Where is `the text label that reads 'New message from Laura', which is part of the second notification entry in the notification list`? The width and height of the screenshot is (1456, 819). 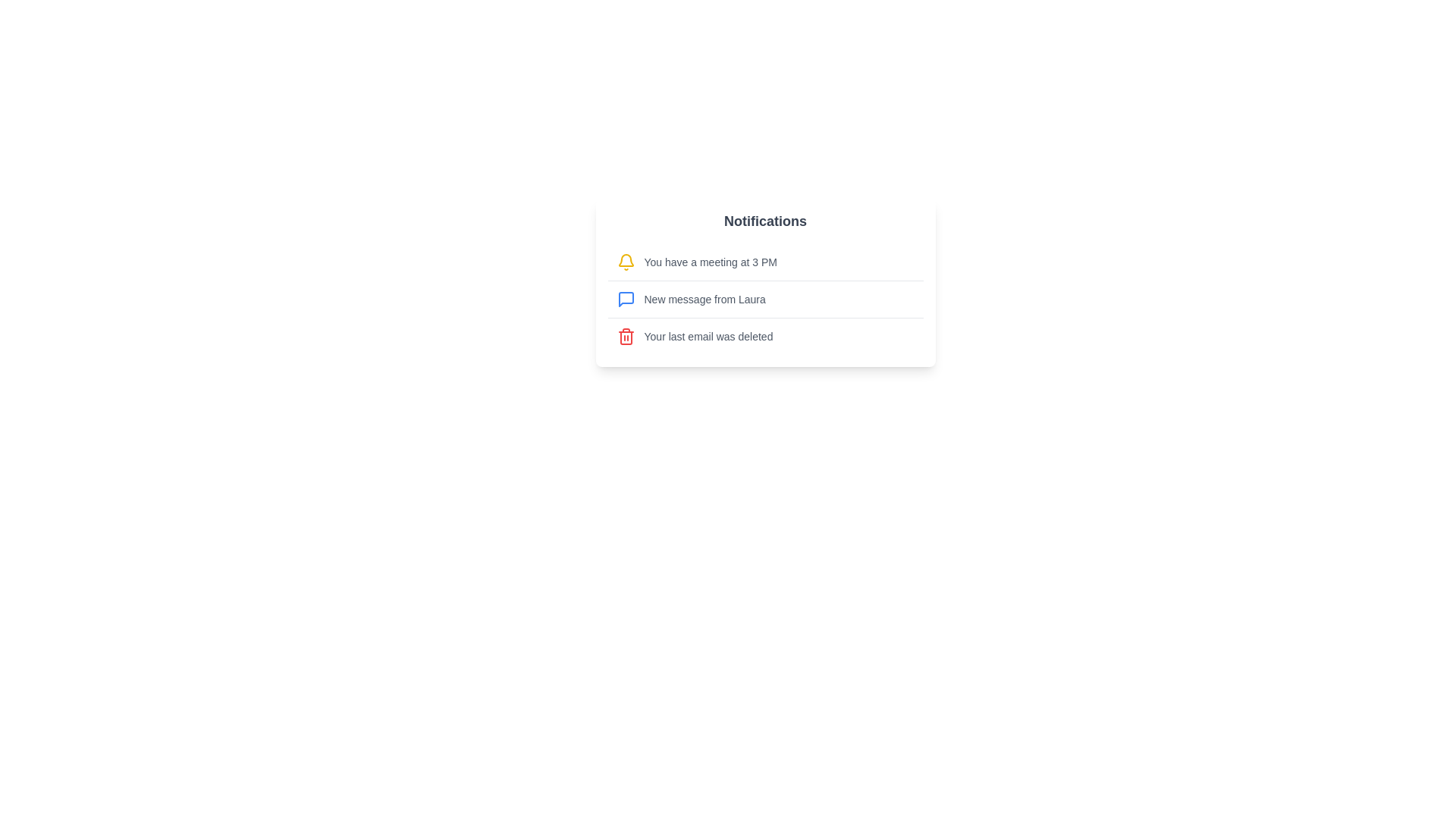 the text label that reads 'New message from Laura', which is part of the second notification entry in the notification list is located at coordinates (704, 299).